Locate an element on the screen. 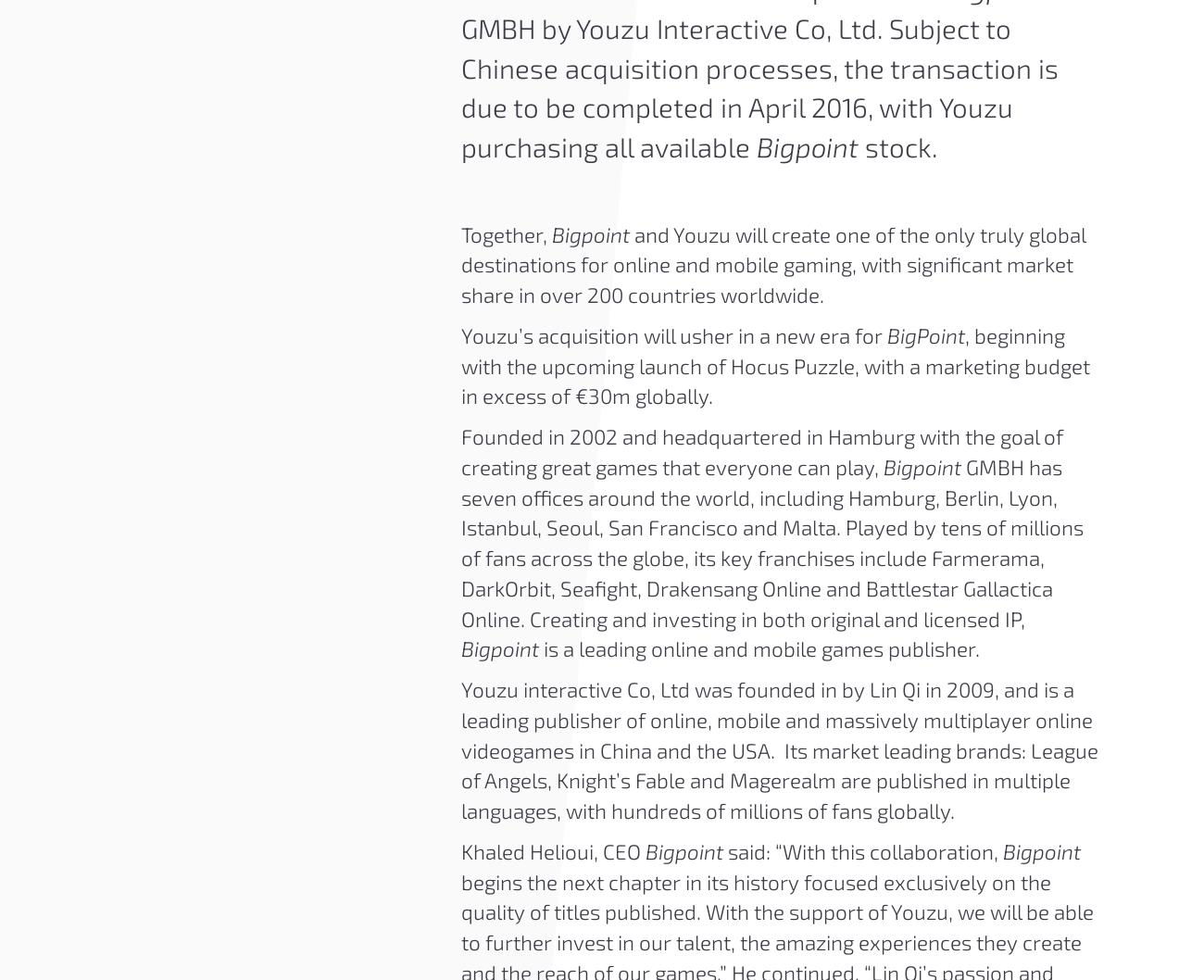 The height and width of the screenshot is (980, 1204). 'stock.' is located at coordinates (897, 144).